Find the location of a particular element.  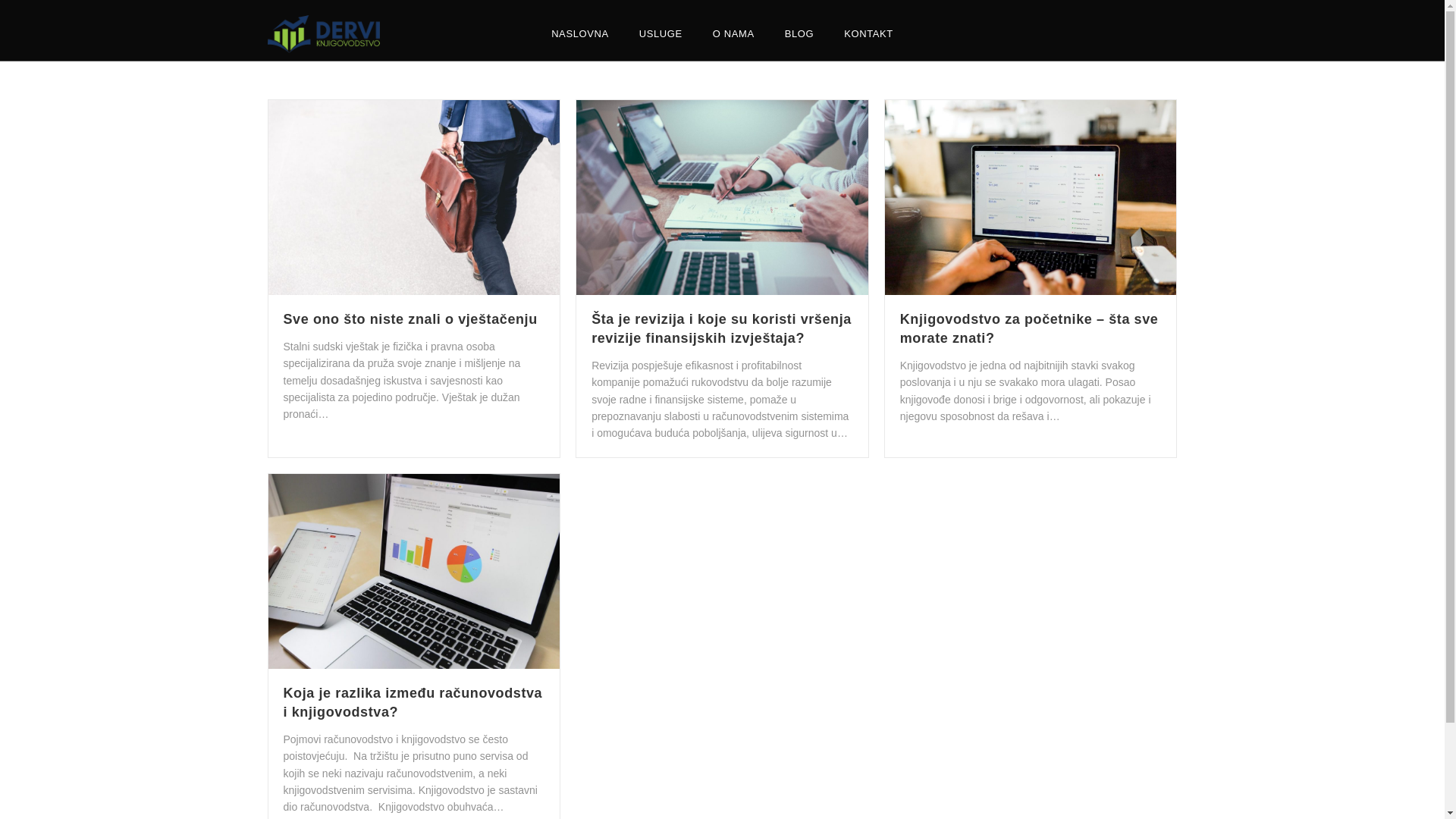

'BLOG' is located at coordinates (799, 34).